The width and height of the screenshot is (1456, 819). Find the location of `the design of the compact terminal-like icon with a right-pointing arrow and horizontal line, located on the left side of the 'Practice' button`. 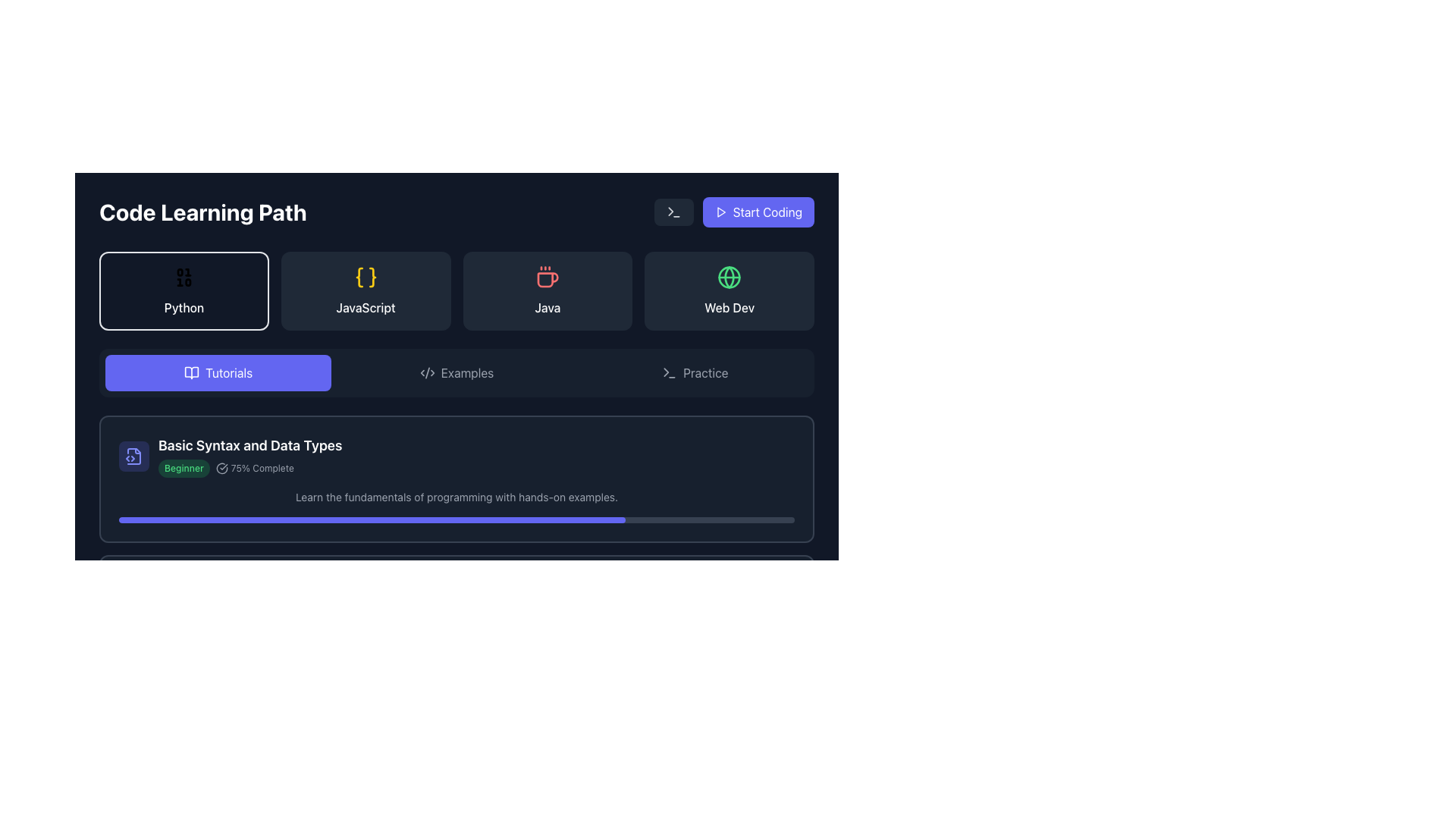

the design of the compact terminal-like icon with a right-pointing arrow and horizontal line, located on the left side of the 'Practice' button is located at coordinates (669, 373).